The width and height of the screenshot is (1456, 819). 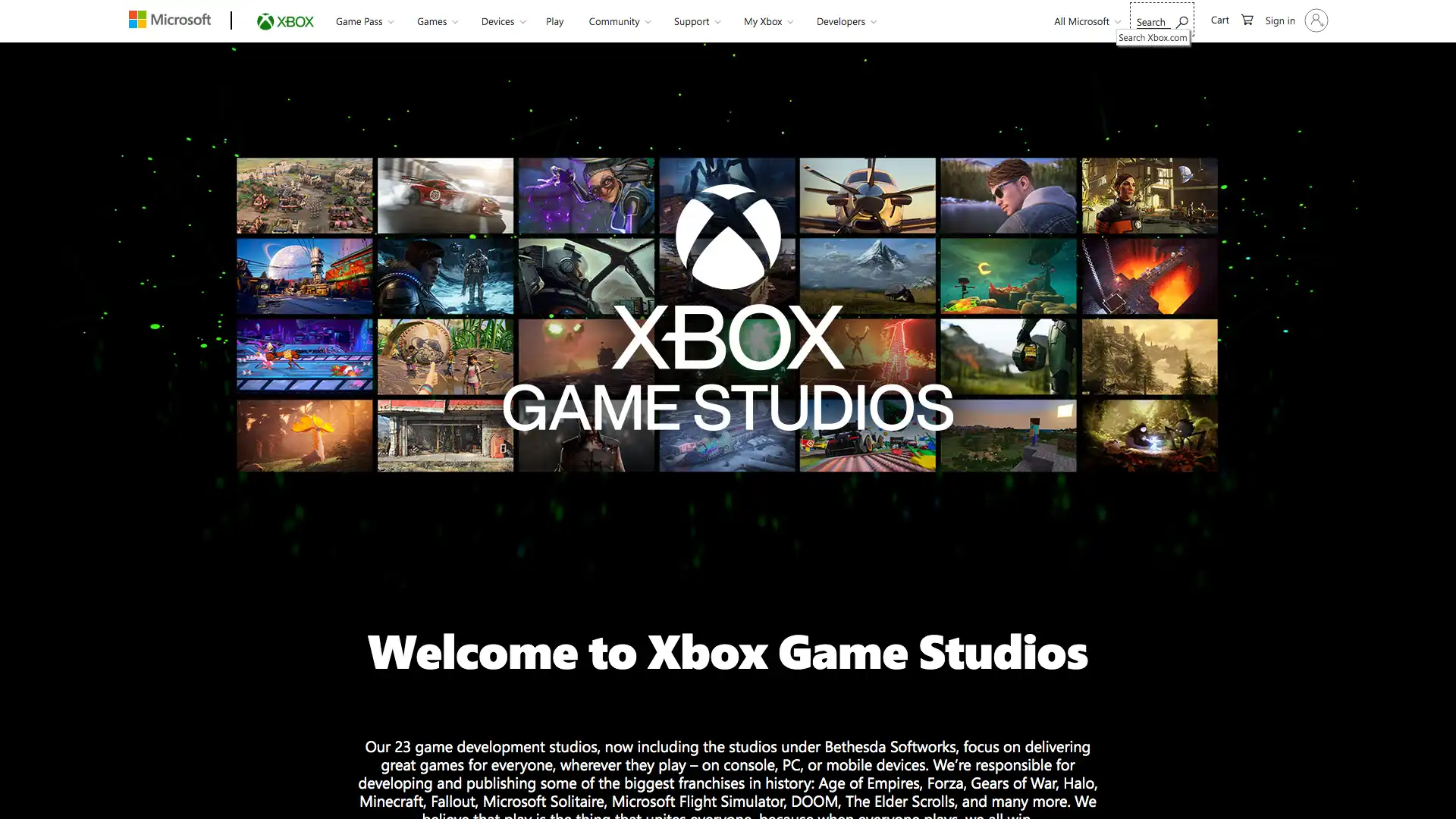 I want to click on Games, so click(x=436, y=20).